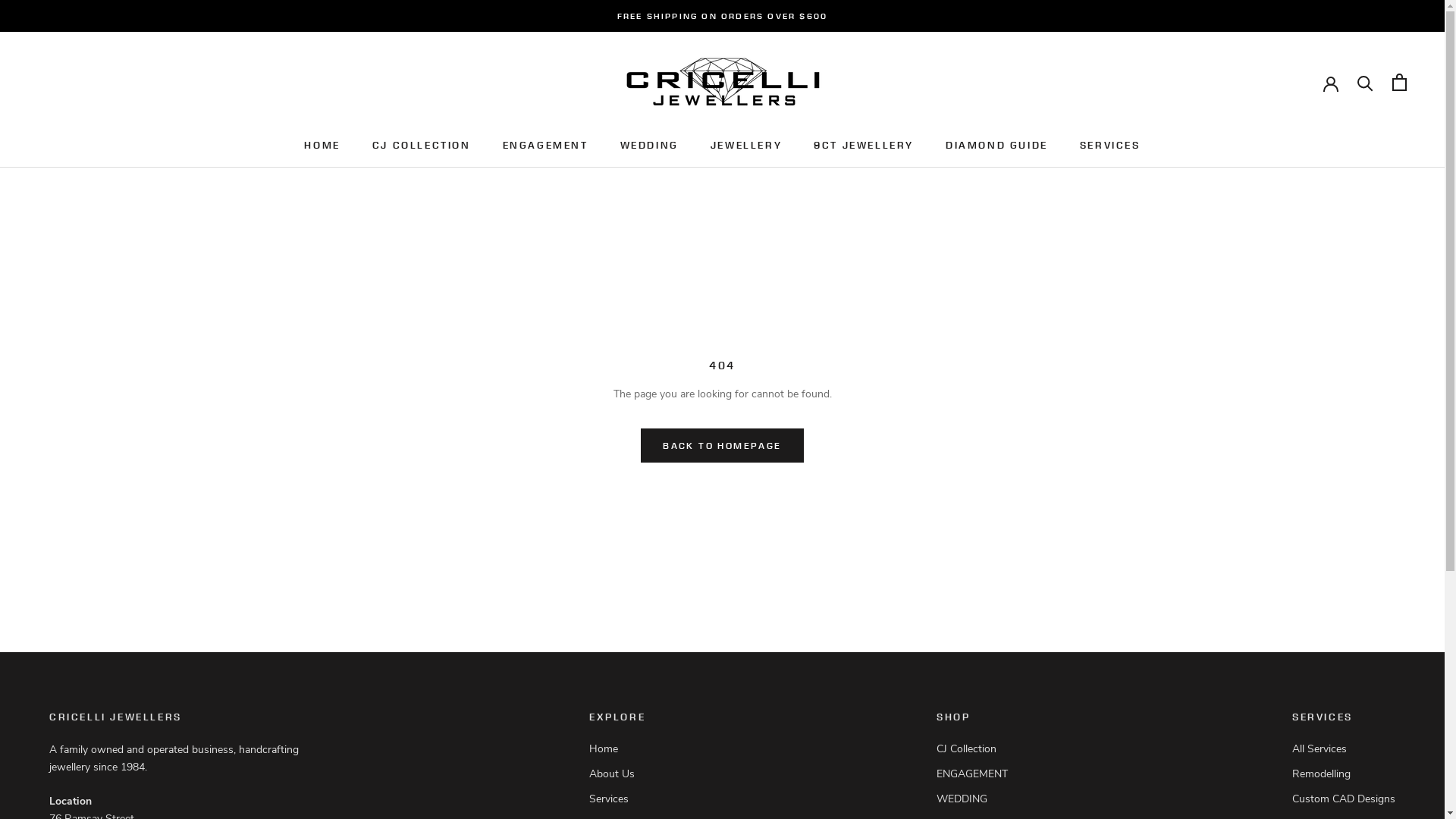 The image size is (1456, 819). Describe the element at coordinates (303, 145) in the screenshot. I see `'HOME` at that location.